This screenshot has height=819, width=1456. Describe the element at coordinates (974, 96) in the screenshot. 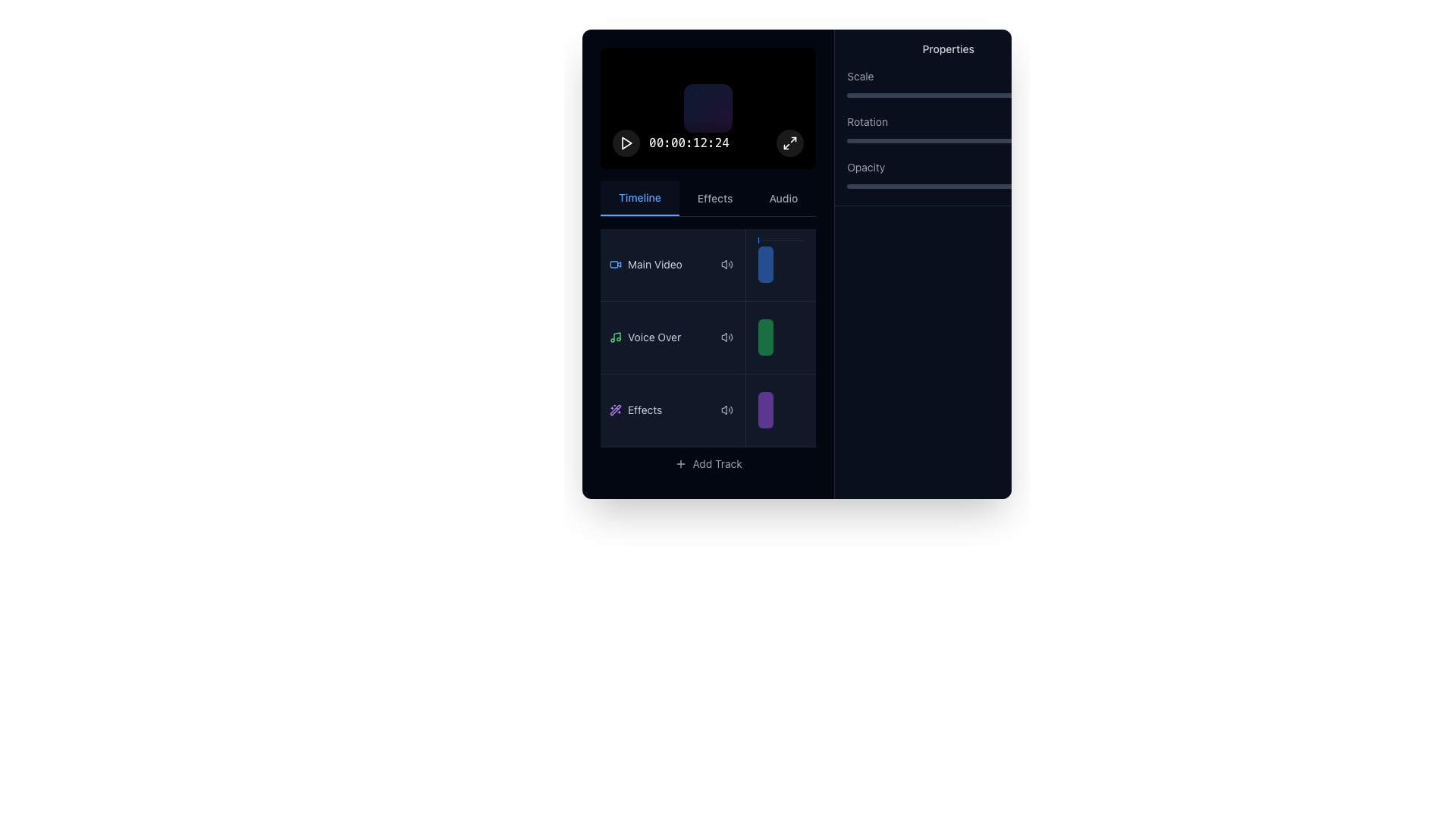

I see `the scale slider` at that location.